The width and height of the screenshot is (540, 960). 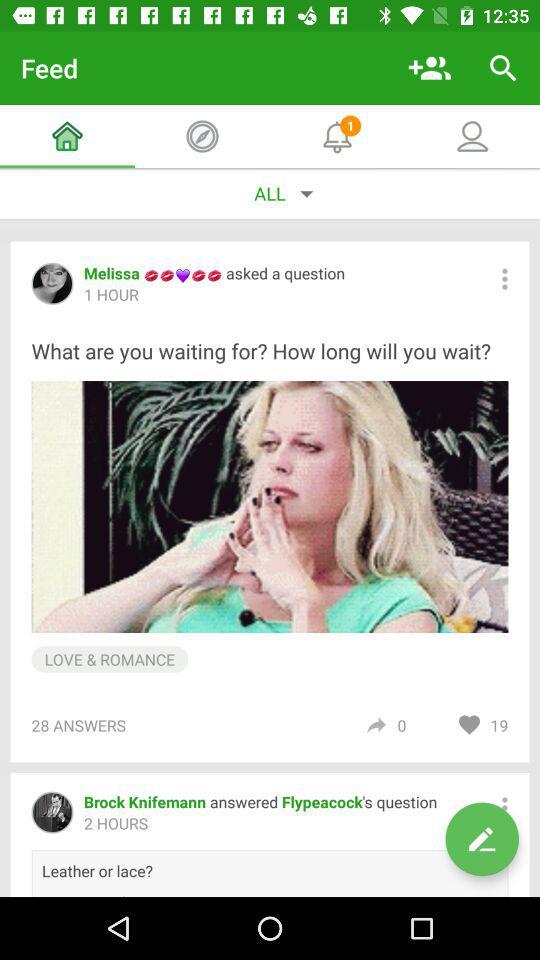 I want to click on new post, so click(x=481, y=839).